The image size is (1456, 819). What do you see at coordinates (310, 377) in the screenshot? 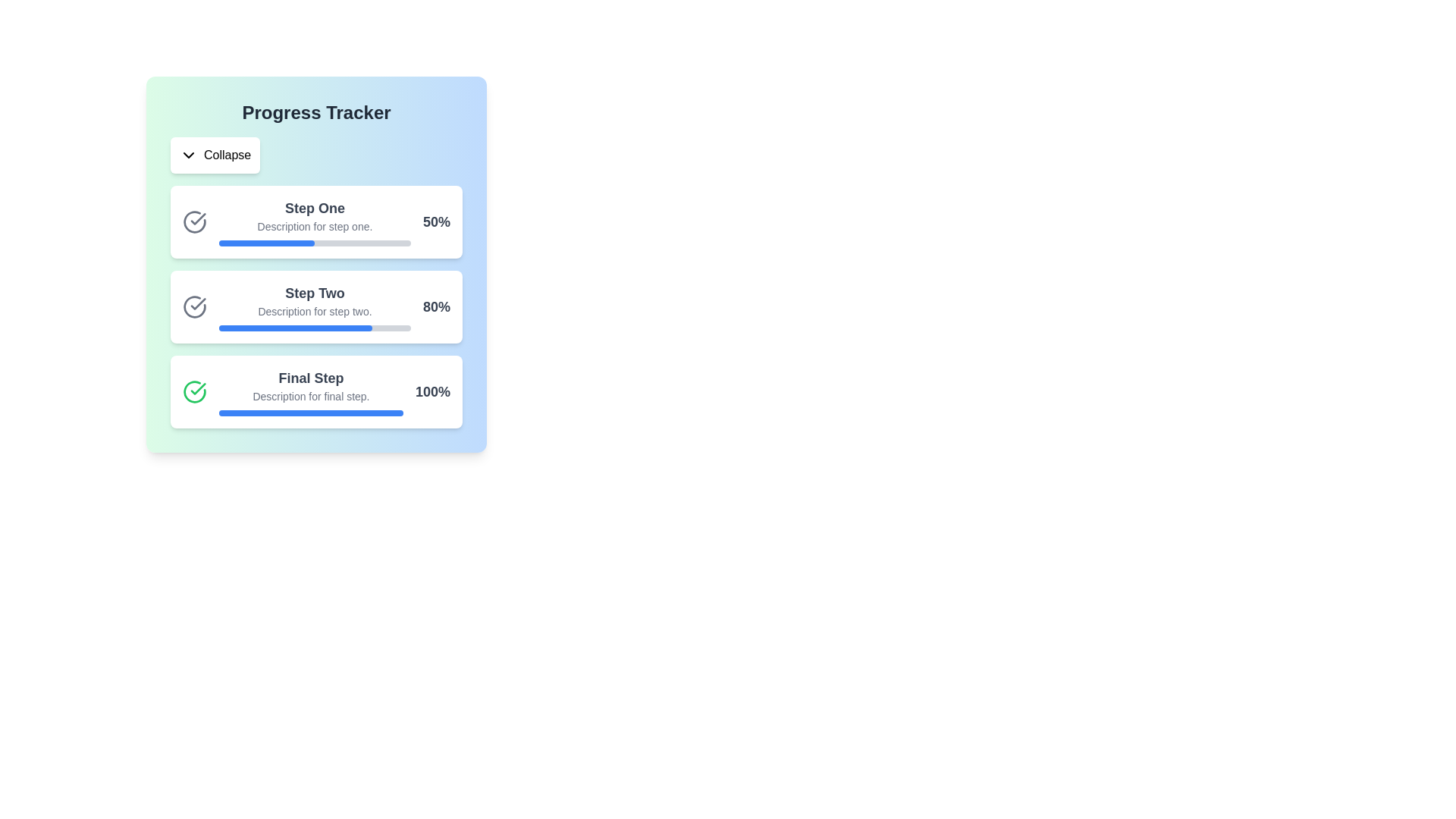
I see `the 'Final Step' text label element, which is styled with bold, large-sized, dark gray text and positioned in the final step of a progress tracker` at bounding box center [310, 377].